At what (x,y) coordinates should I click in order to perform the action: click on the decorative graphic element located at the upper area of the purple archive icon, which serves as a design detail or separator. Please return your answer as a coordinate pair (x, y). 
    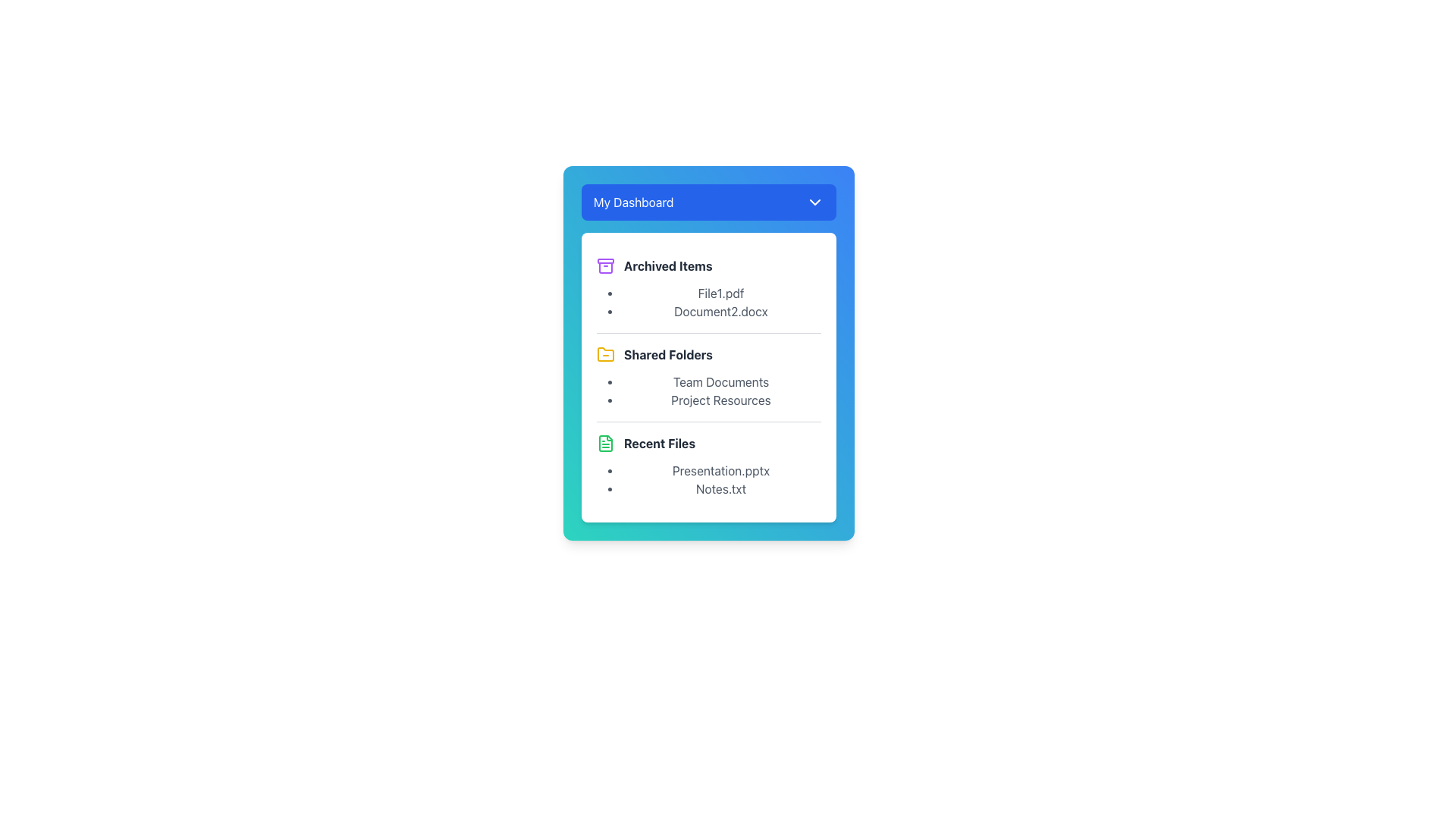
    Looking at the image, I should click on (604, 259).